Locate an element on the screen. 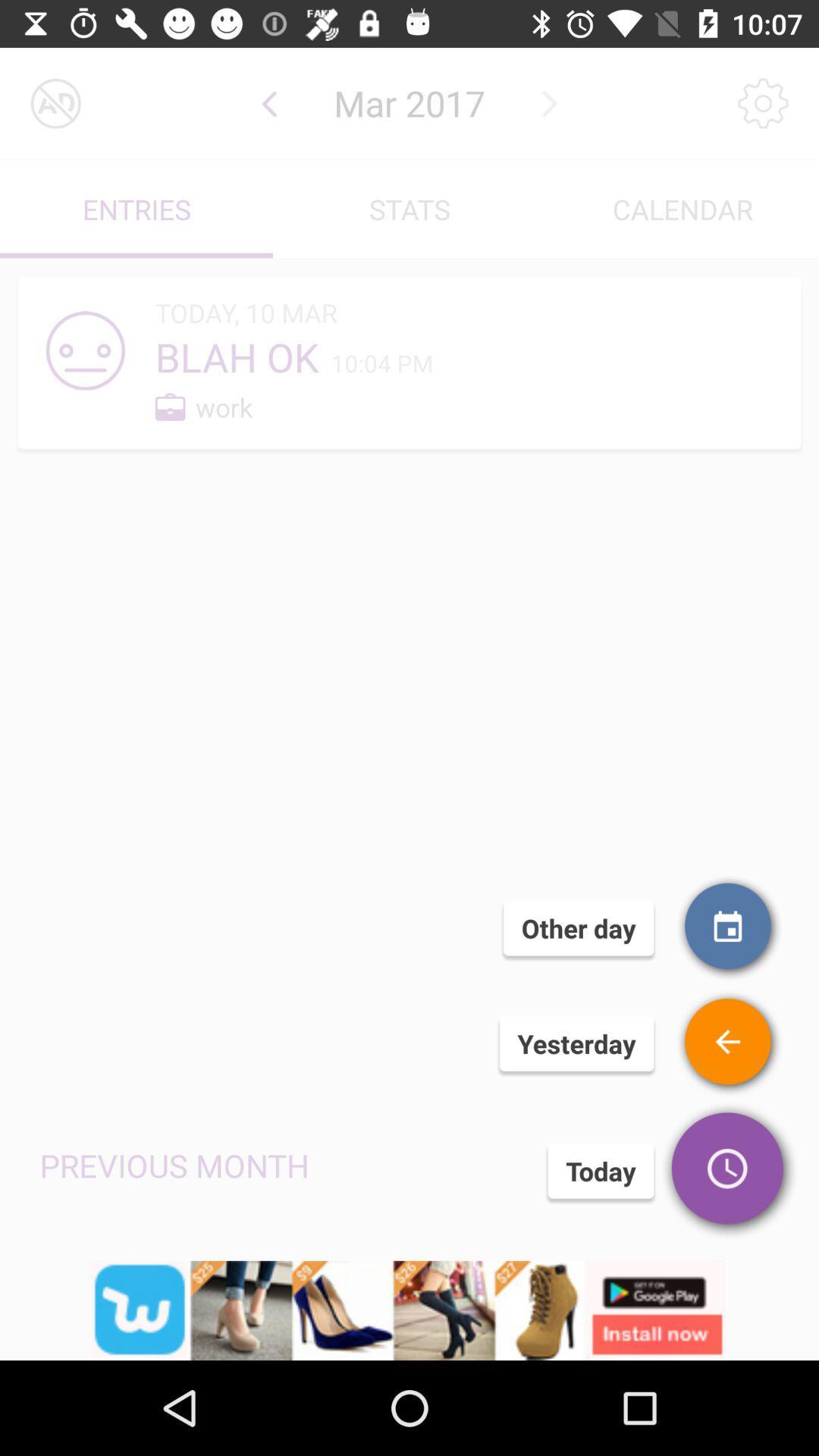 Image resolution: width=819 pixels, height=1456 pixels. turn off advertisements is located at coordinates (55, 102).